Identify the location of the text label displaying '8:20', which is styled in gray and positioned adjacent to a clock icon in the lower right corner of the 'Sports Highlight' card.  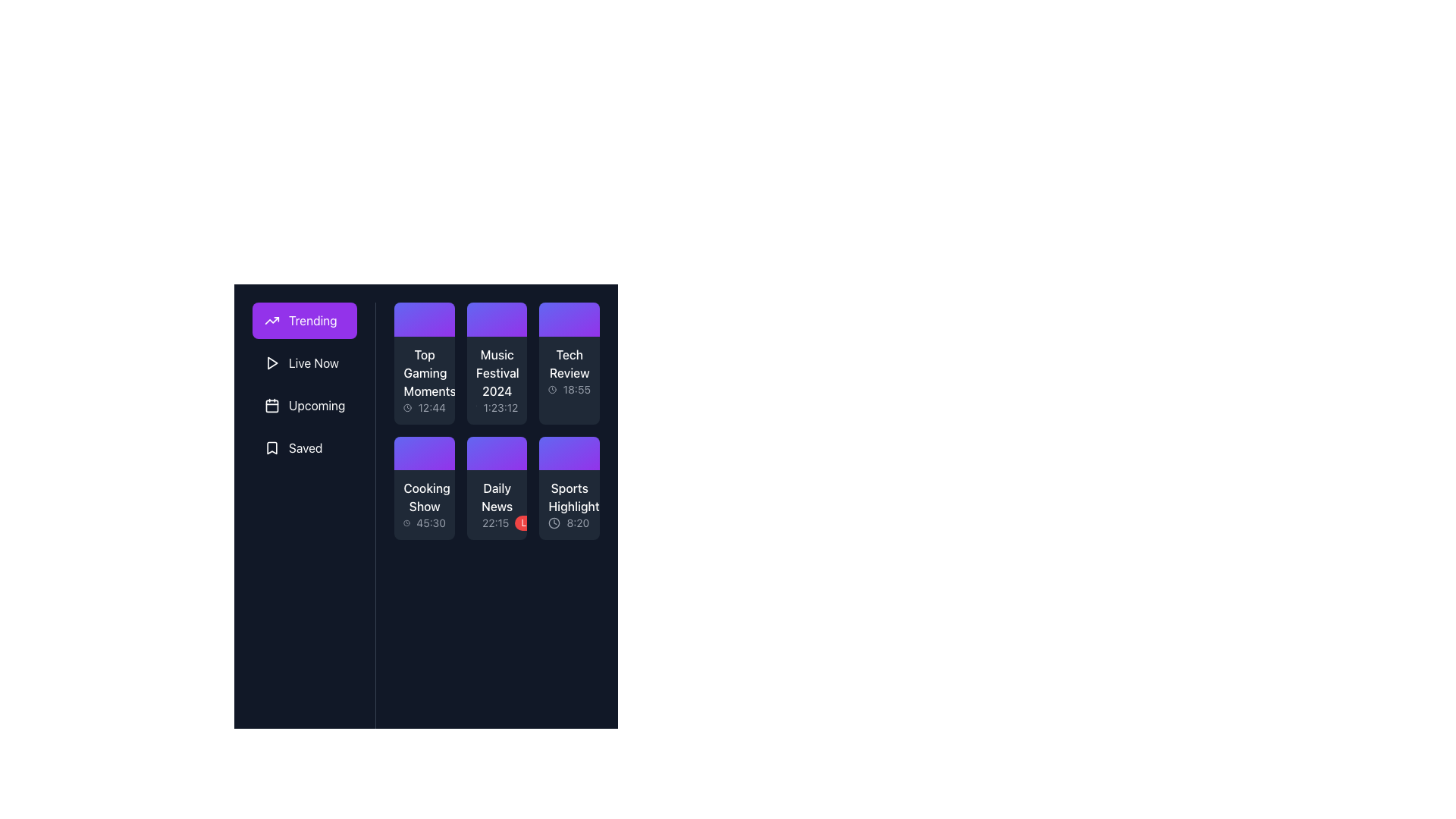
(569, 522).